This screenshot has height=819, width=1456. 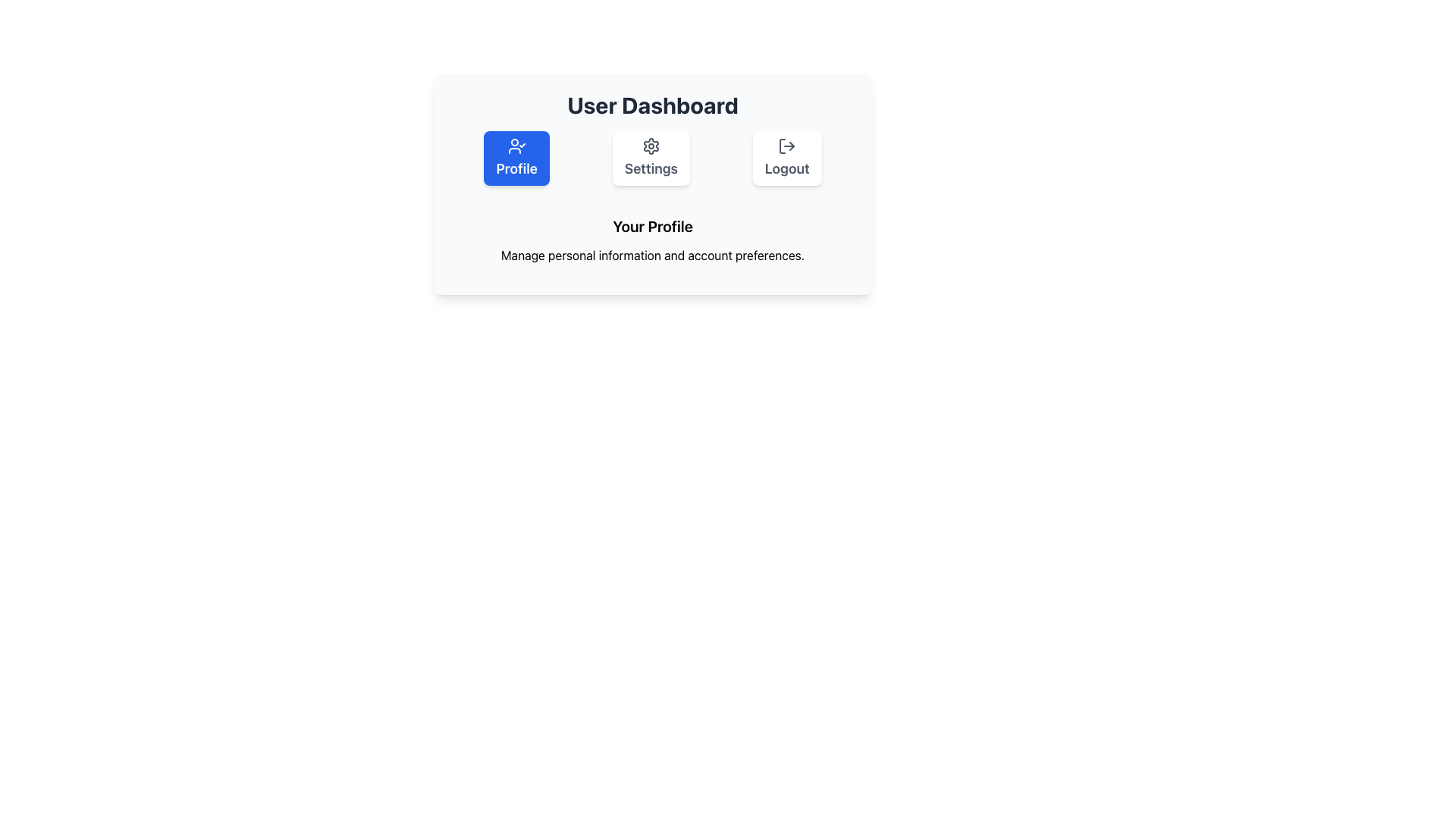 What do you see at coordinates (516, 169) in the screenshot?
I see `the 'Profile' button which contains the text label in white on a blue background, located below the 'User Dashboard' heading` at bounding box center [516, 169].